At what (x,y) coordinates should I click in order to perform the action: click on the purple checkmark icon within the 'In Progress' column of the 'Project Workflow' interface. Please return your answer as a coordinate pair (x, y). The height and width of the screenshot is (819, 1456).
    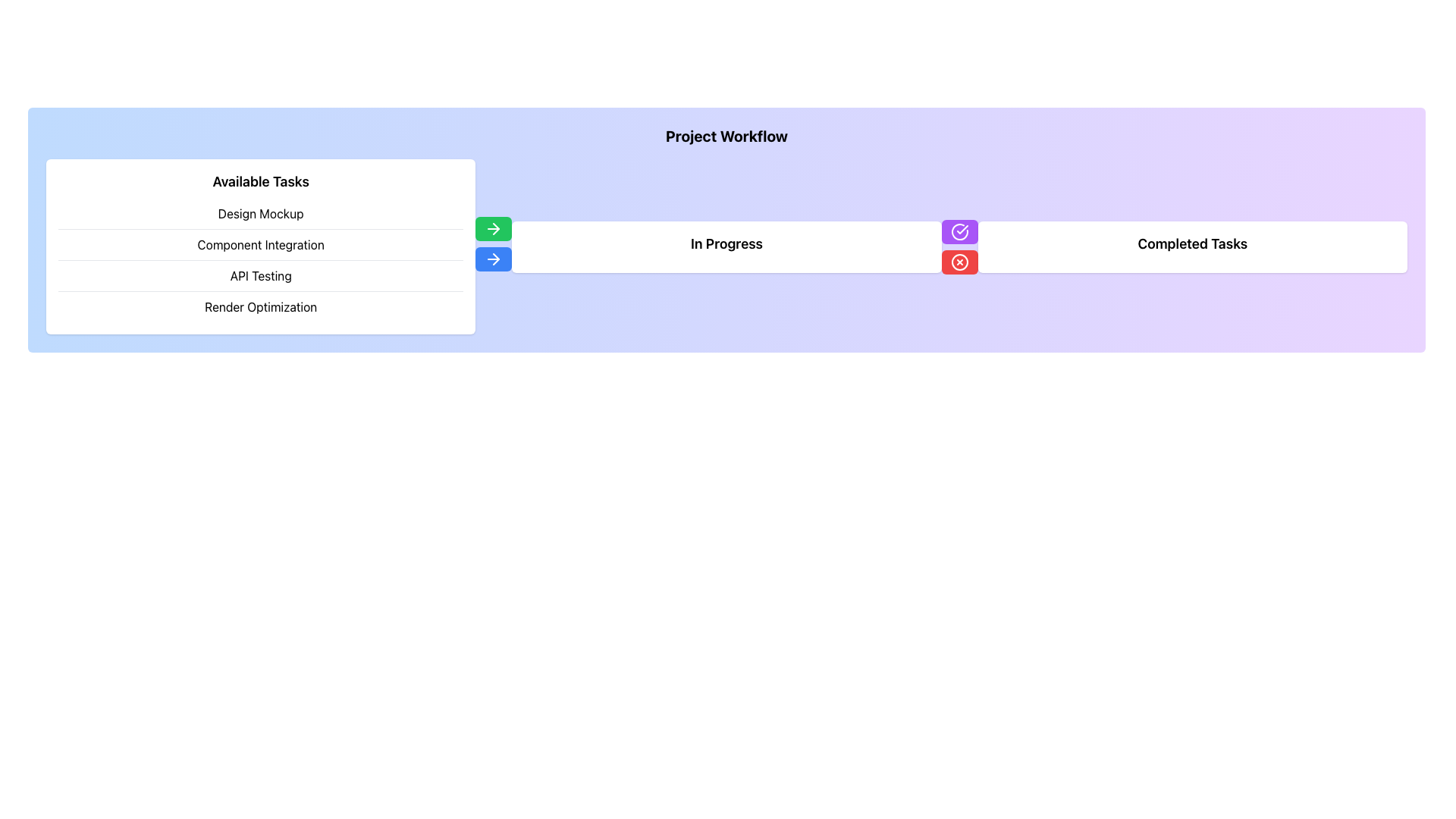
    Looking at the image, I should click on (962, 229).